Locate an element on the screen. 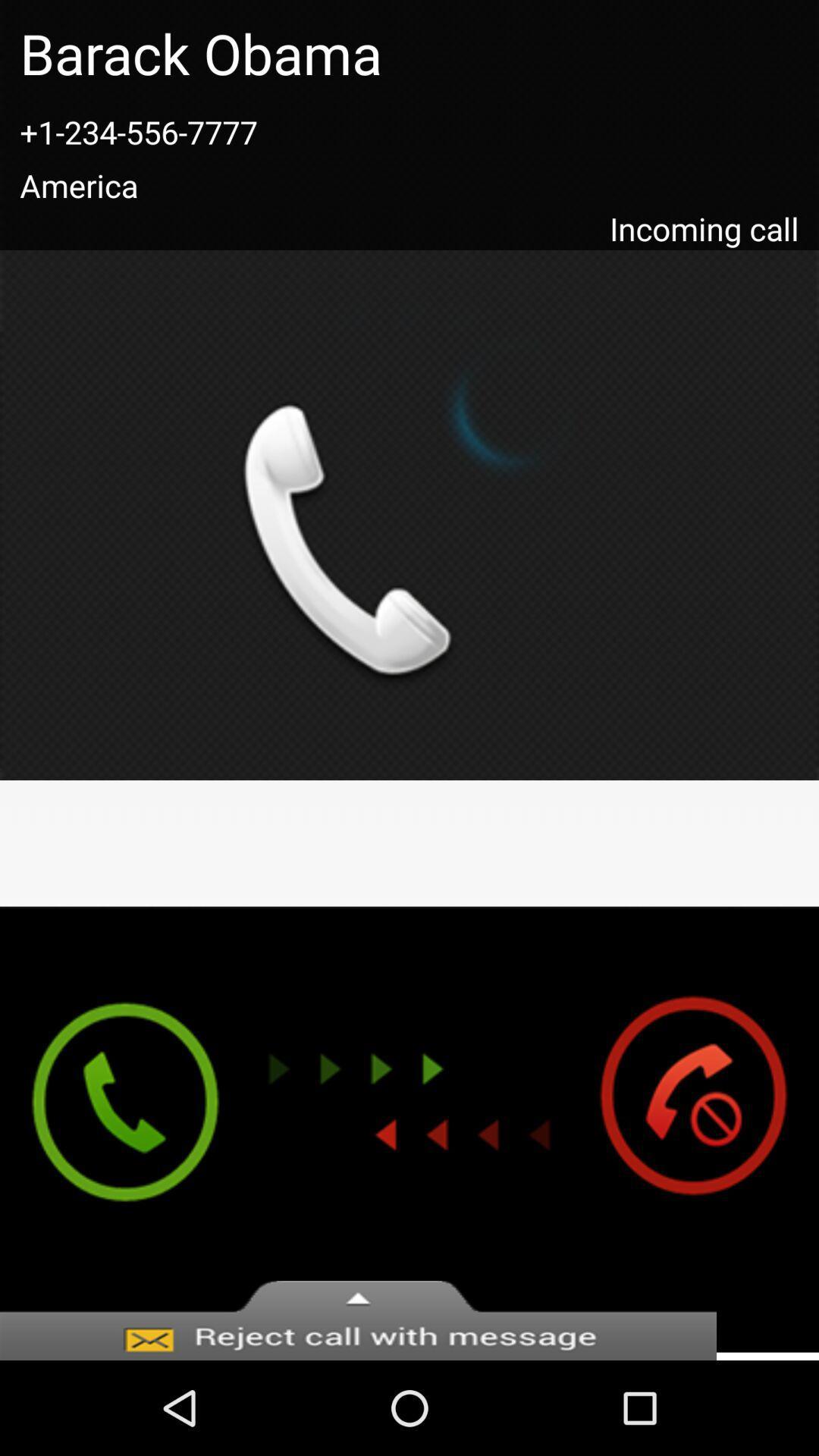 The height and width of the screenshot is (1456, 819). cancel call is located at coordinates (708, 1129).